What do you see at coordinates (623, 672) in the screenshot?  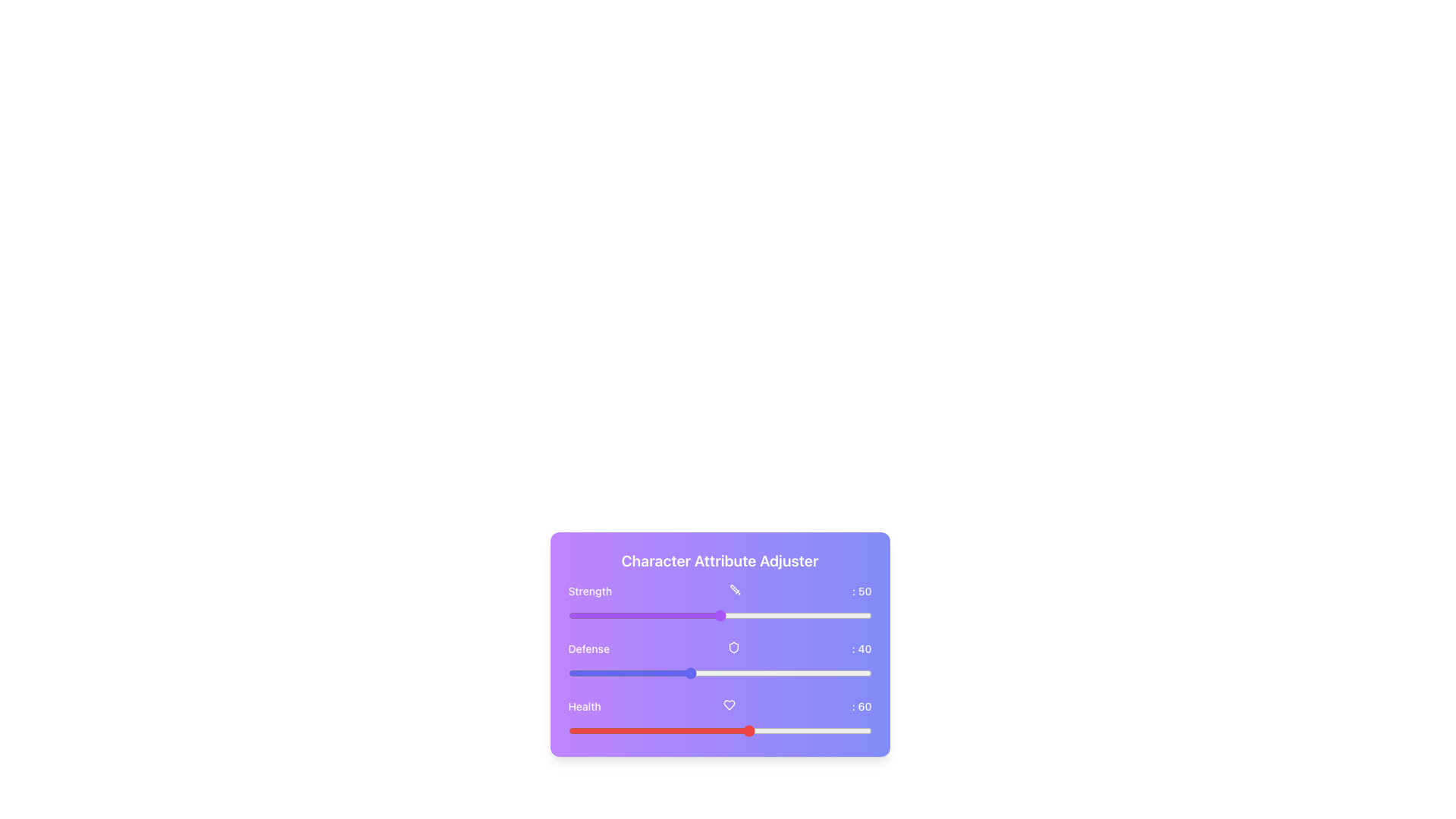 I see `the slider value` at bounding box center [623, 672].